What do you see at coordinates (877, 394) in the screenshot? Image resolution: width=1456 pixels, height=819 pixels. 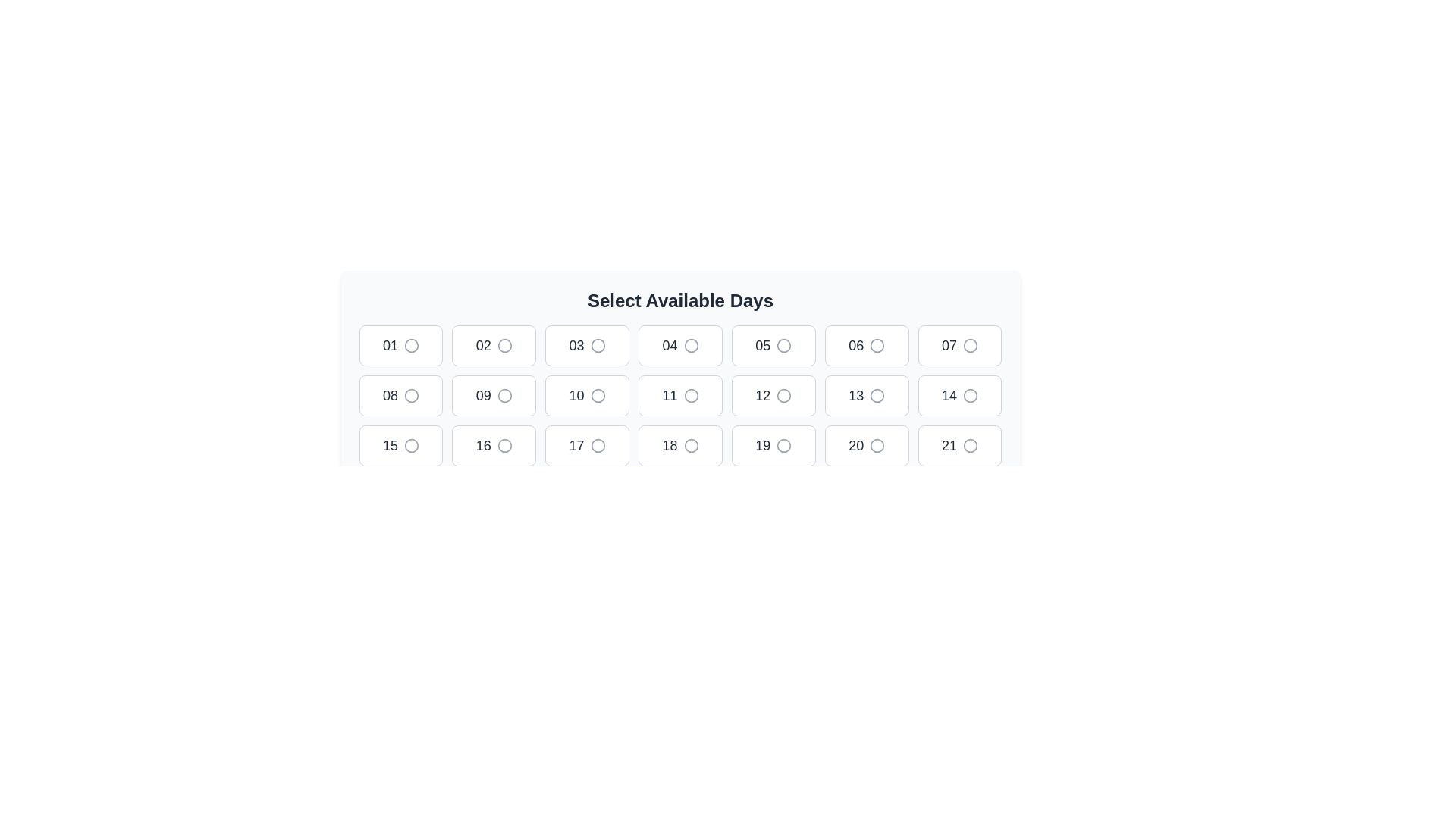 I see `the circular graphic with a gray border` at bounding box center [877, 394].